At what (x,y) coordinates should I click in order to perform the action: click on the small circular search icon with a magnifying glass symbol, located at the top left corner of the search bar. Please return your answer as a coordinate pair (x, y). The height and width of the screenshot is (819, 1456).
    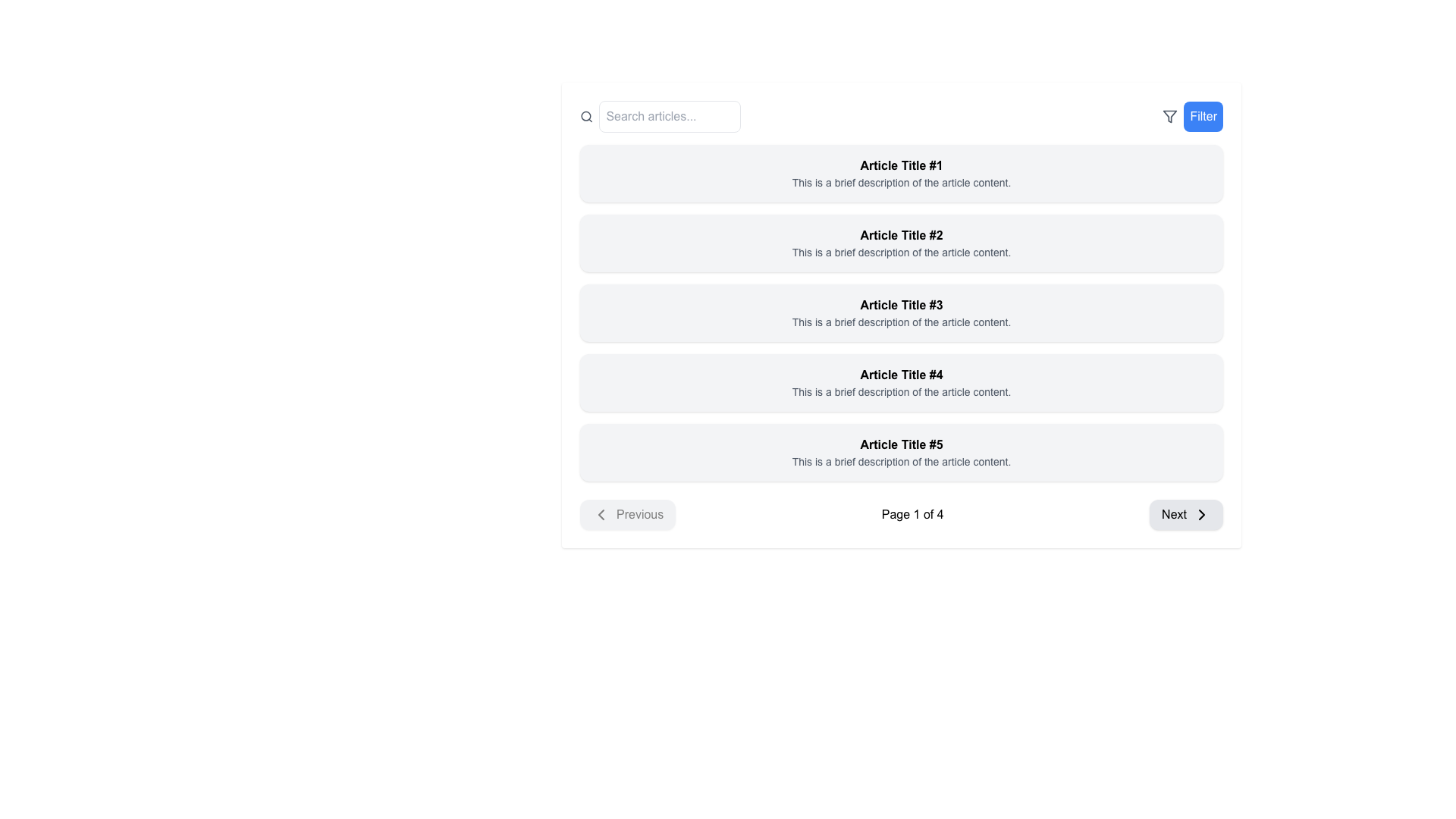
    Looking at the image, I should click on (585, 116).